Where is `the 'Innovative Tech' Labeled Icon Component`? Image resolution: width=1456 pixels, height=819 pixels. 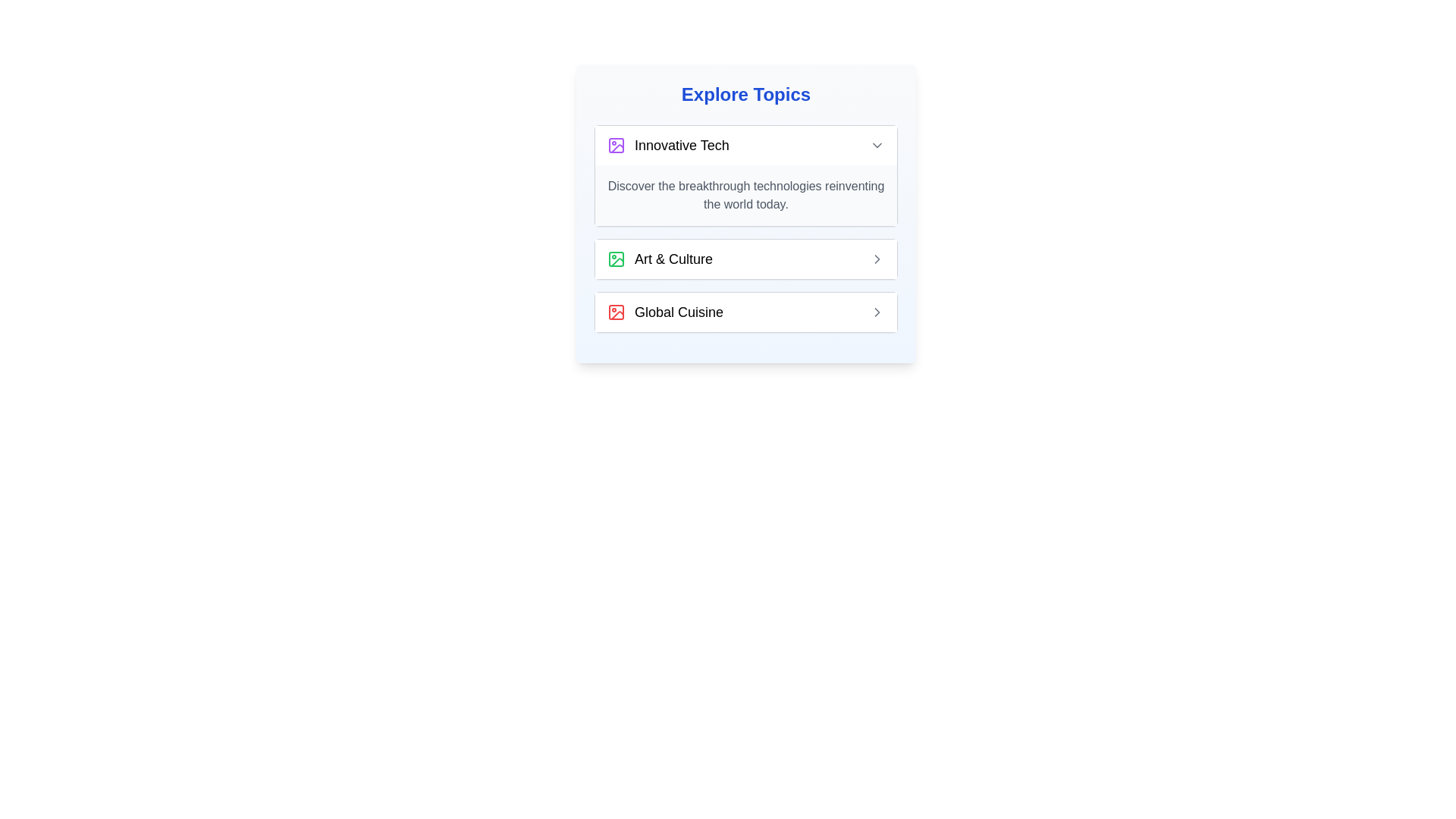 the 'Innovative Tech' Labeled Icon Component is located at coordinates (667, 146).